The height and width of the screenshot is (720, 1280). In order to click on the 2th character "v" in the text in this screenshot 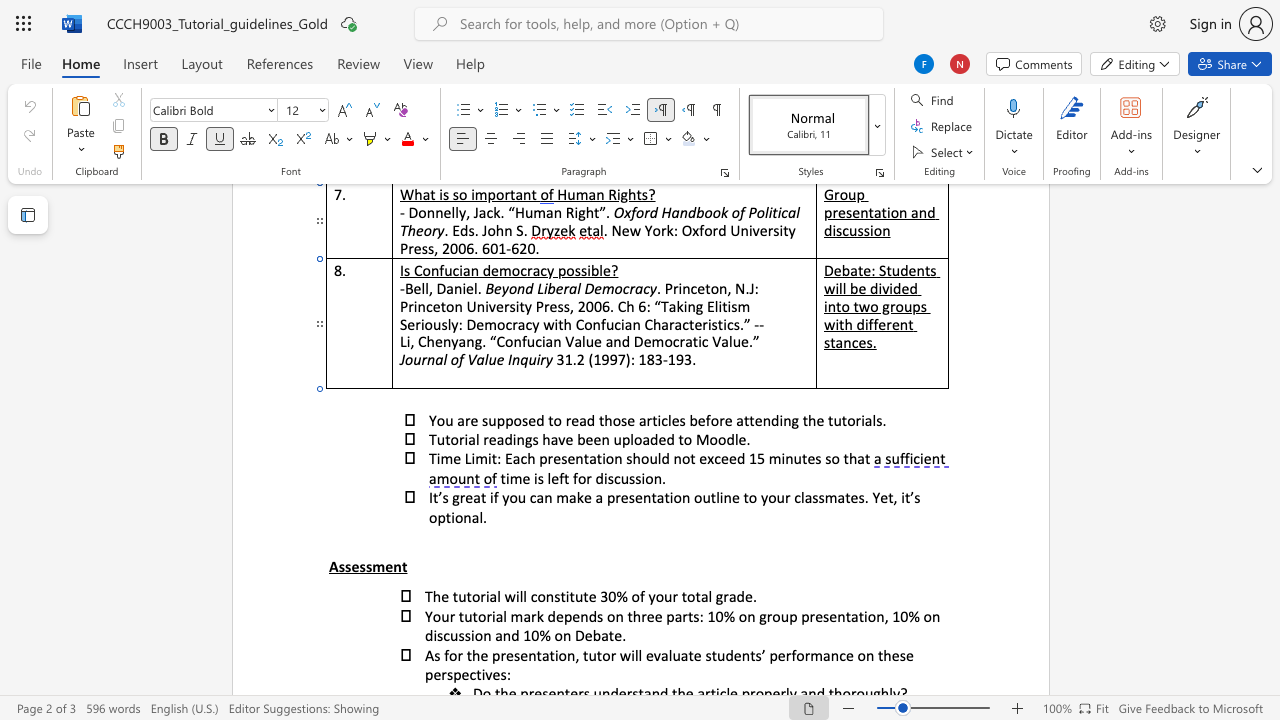, I will do `click(488, 674)`.